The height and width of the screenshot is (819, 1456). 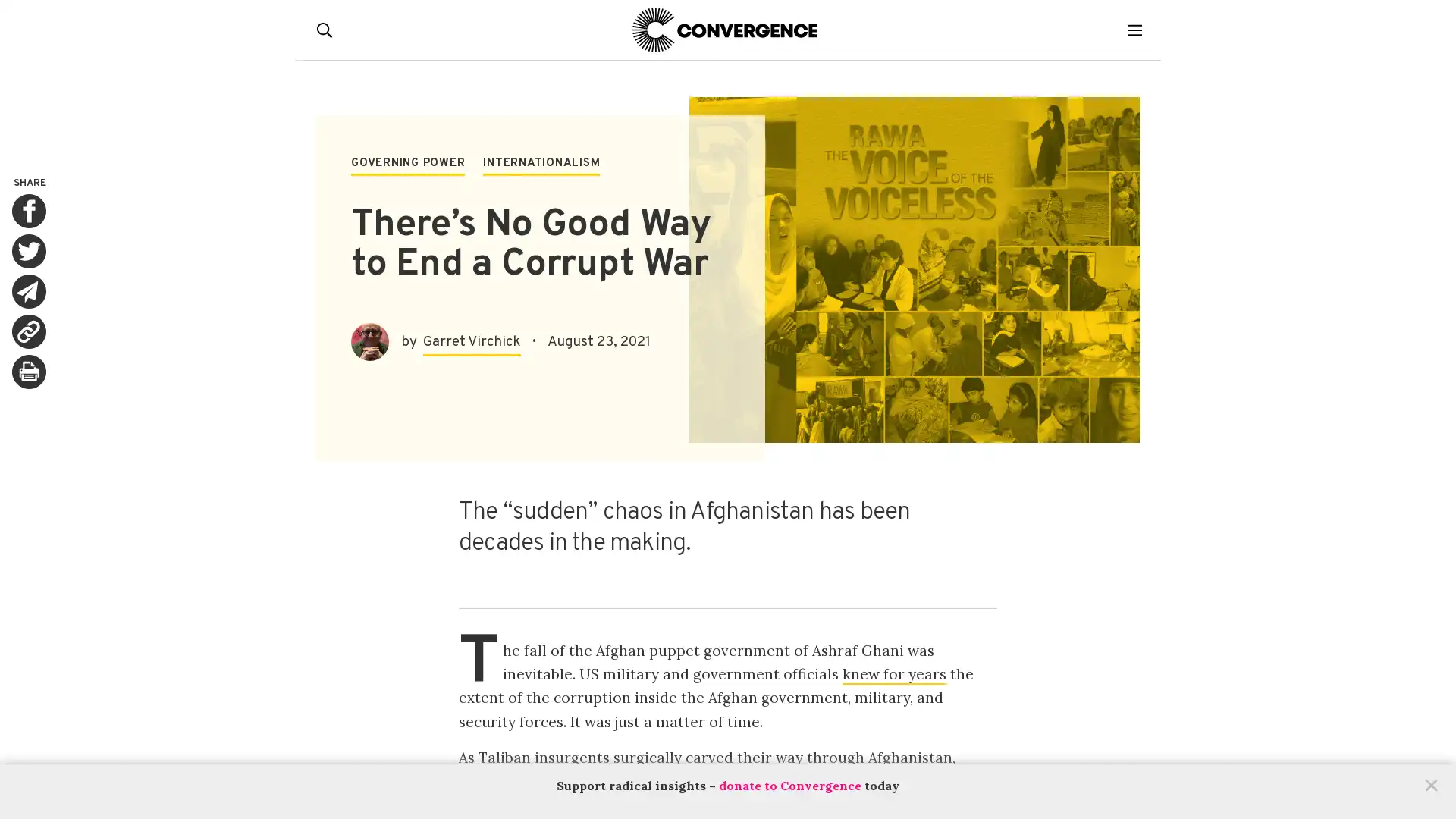 I want to click on Toggle search menu, so click(x=327, y=29).